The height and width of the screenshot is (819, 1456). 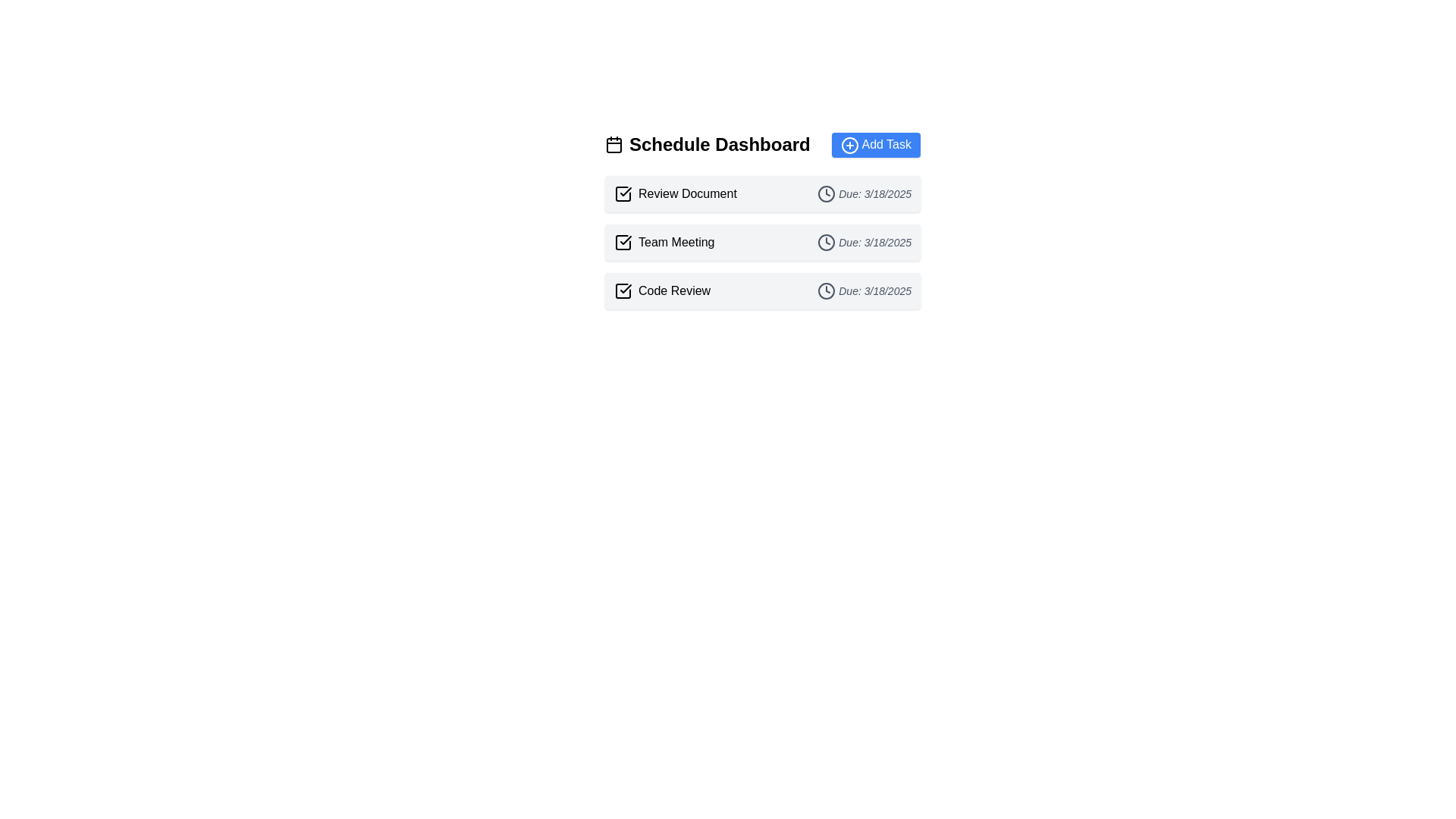 I want to click on the completion indicator icon for the 'Review Document' task located in the top-left portion of the 'Review Document' row under the 'Schedule Dashboard' heading, so click(x=623, y=192).